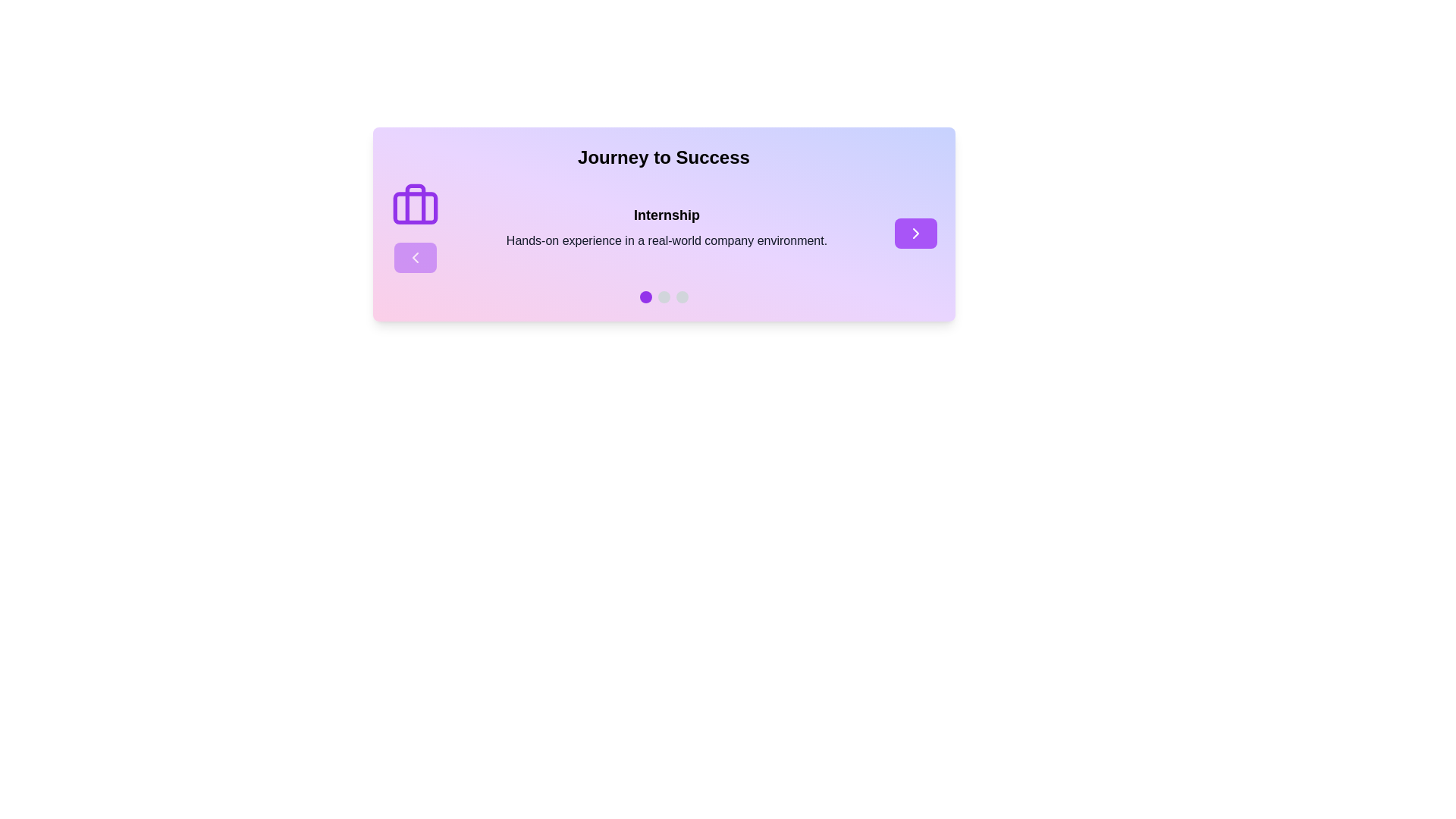 The height and width of the screenshot is (819, 1456). What do you see at coordinates (664, 227) in the screenshot?
I see `informative text block titled 'Internship' that contains the description 'Hands-on experience in a real-world company environment.'` at bounding box center [664, 227].